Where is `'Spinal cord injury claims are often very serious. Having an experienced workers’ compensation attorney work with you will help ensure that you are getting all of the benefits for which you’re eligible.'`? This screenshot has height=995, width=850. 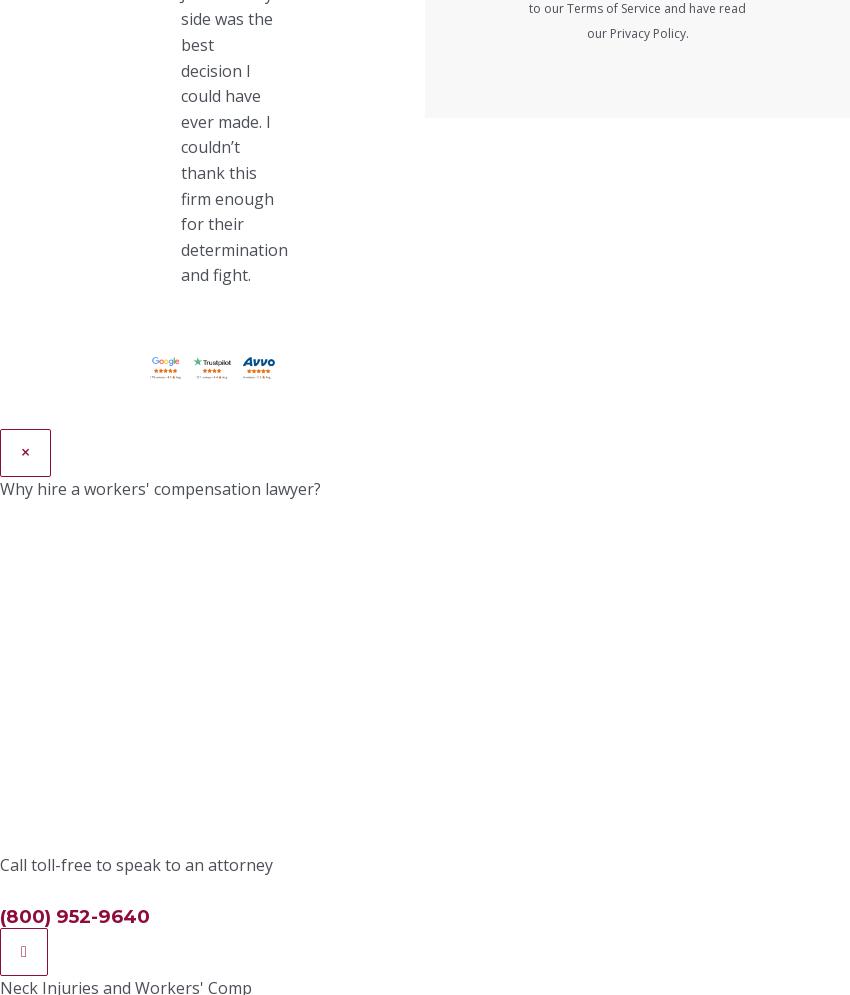
'Spinal cord injury claims are often very serious. Having an experienced workers’ compensation attorney work with you will help ensure that you are getting all of the benefits for which you’re eligible.' is located at coordinates (296, 769).